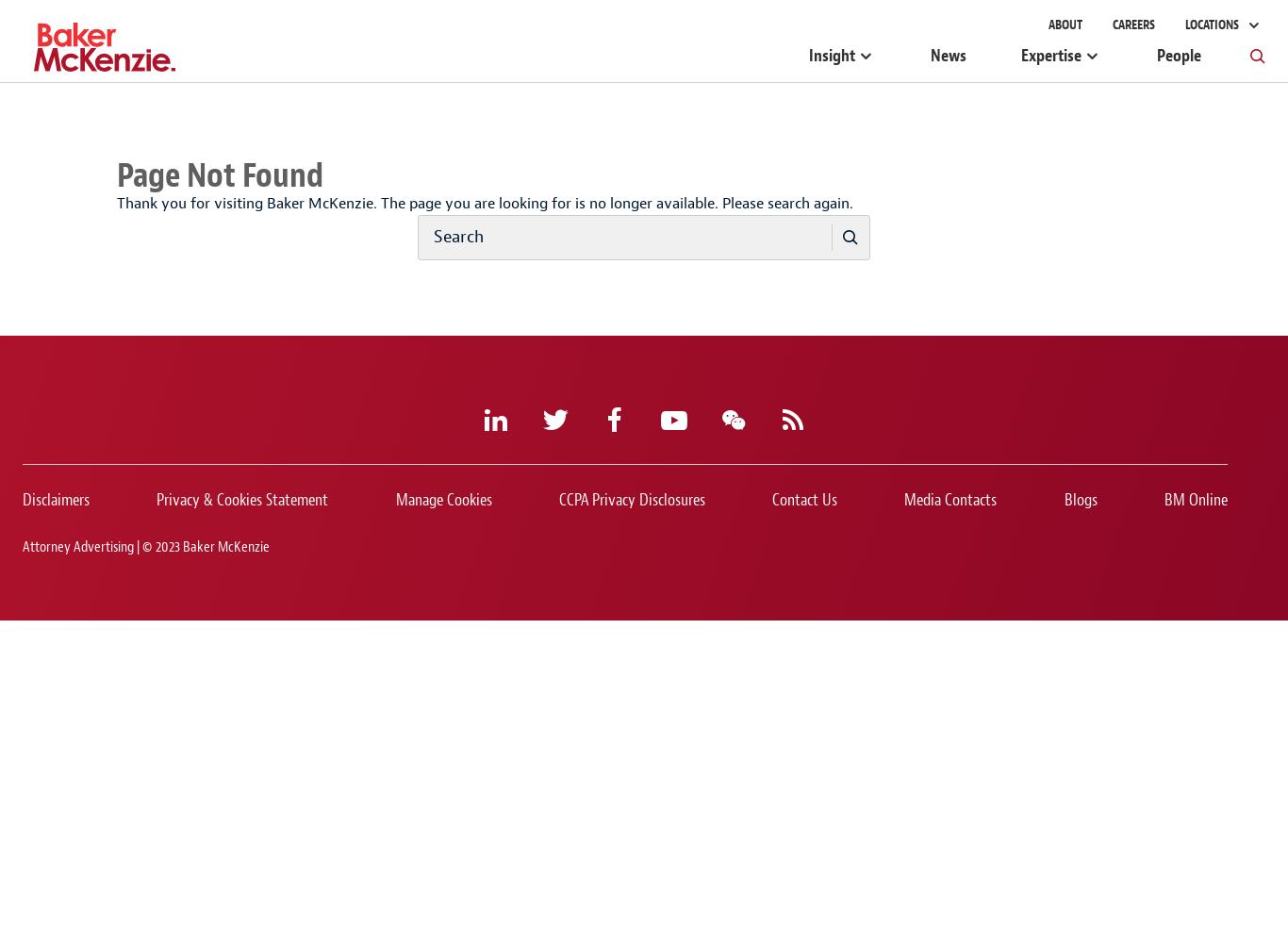 This screenshot has height=943, width=1288. I want to click on 'About', so click(1064, 25).